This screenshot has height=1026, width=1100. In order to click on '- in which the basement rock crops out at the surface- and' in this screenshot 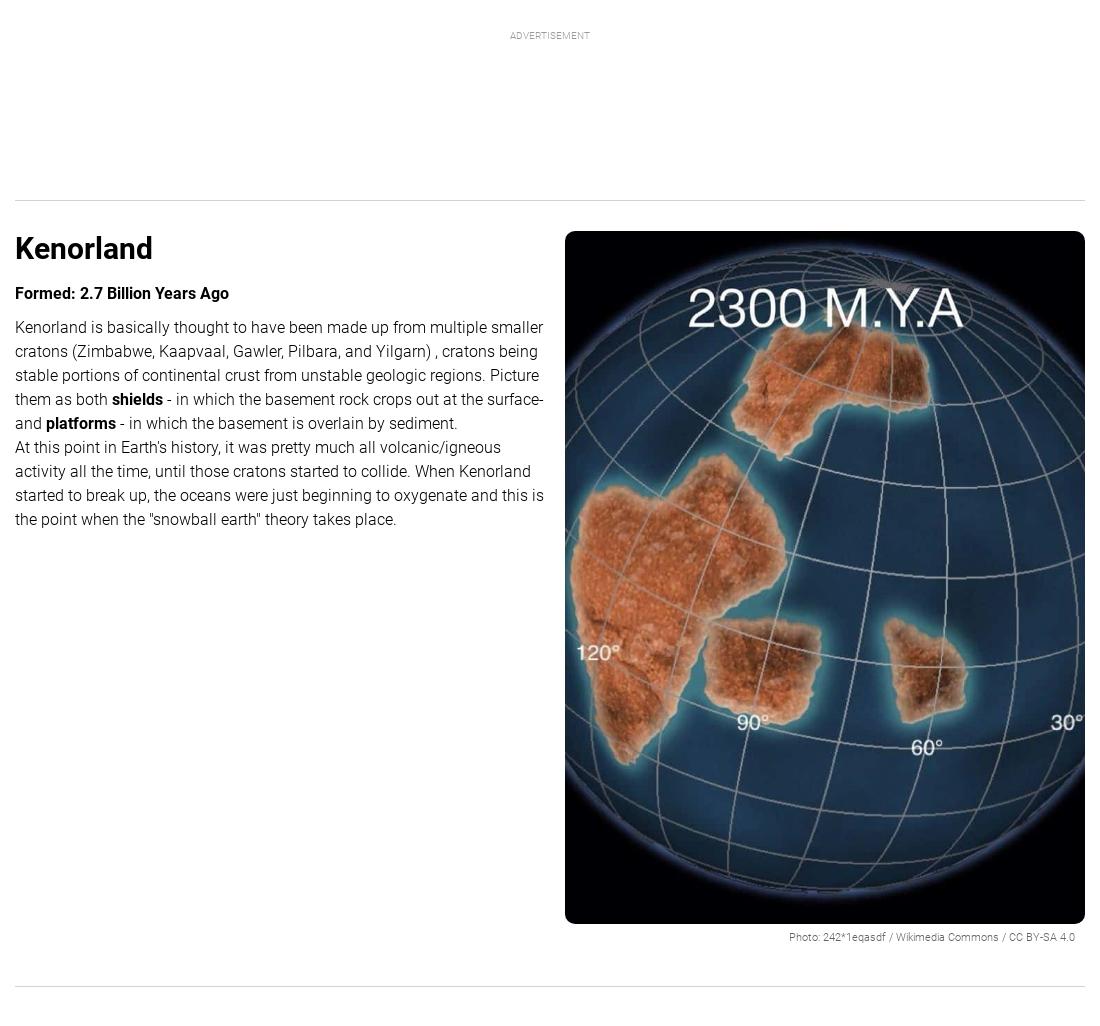, I will do `click(278, 409)`.